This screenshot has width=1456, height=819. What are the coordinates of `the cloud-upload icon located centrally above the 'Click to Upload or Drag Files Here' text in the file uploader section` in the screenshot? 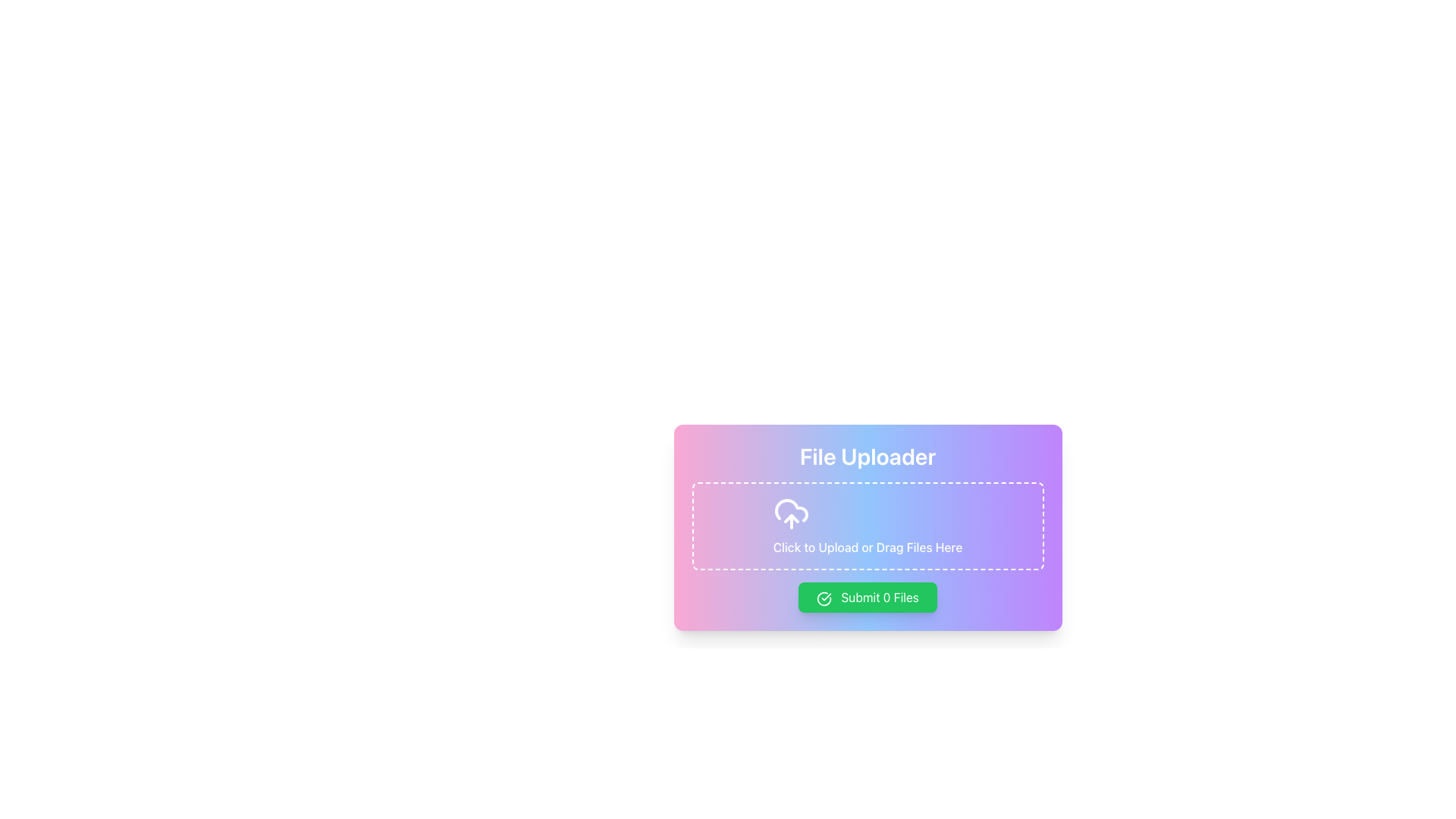 It's located at (790, 513).